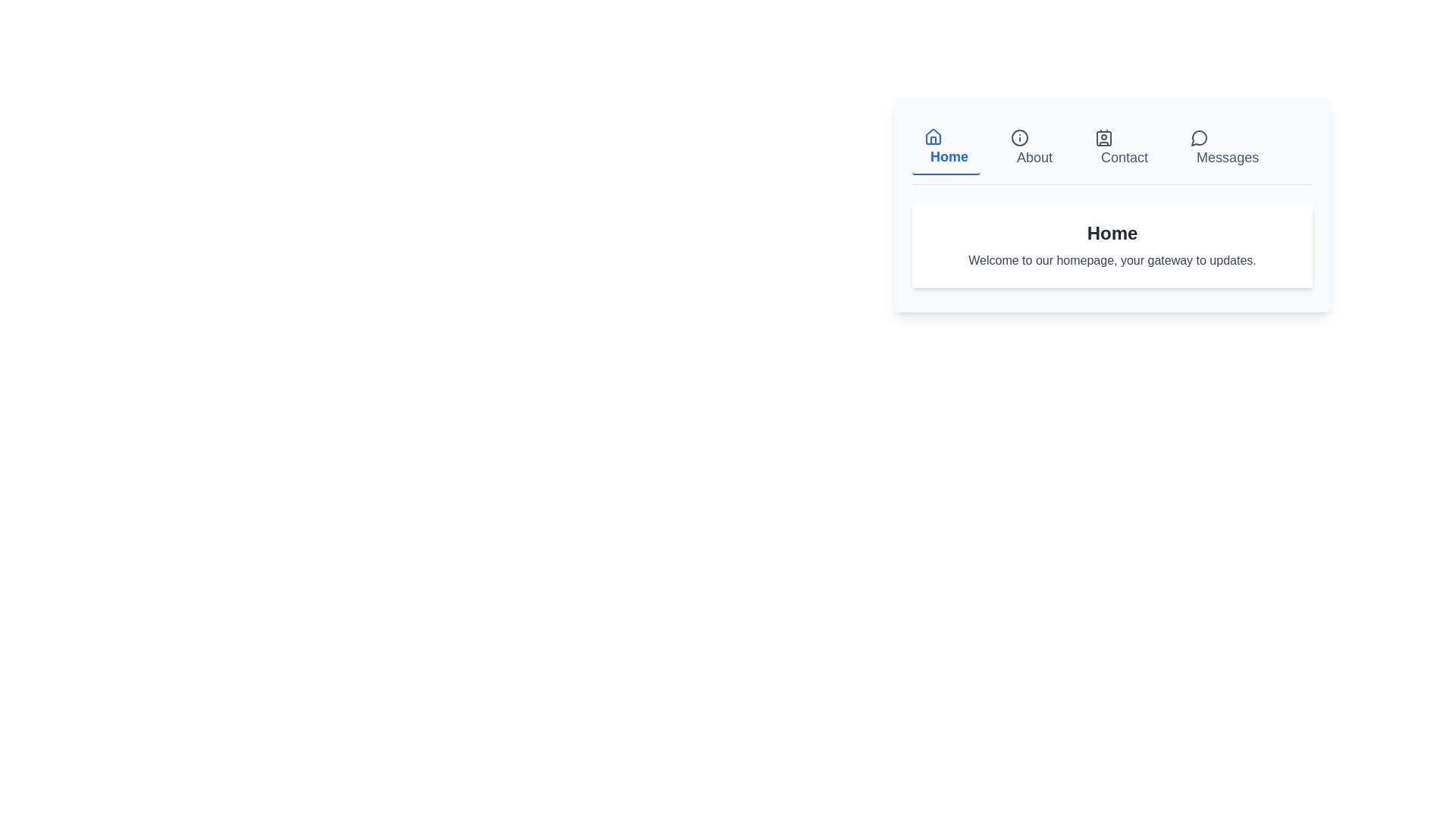 This screenshot has height=819, width=1456. I want to click on the tab labeled Home, so click(946, 149).